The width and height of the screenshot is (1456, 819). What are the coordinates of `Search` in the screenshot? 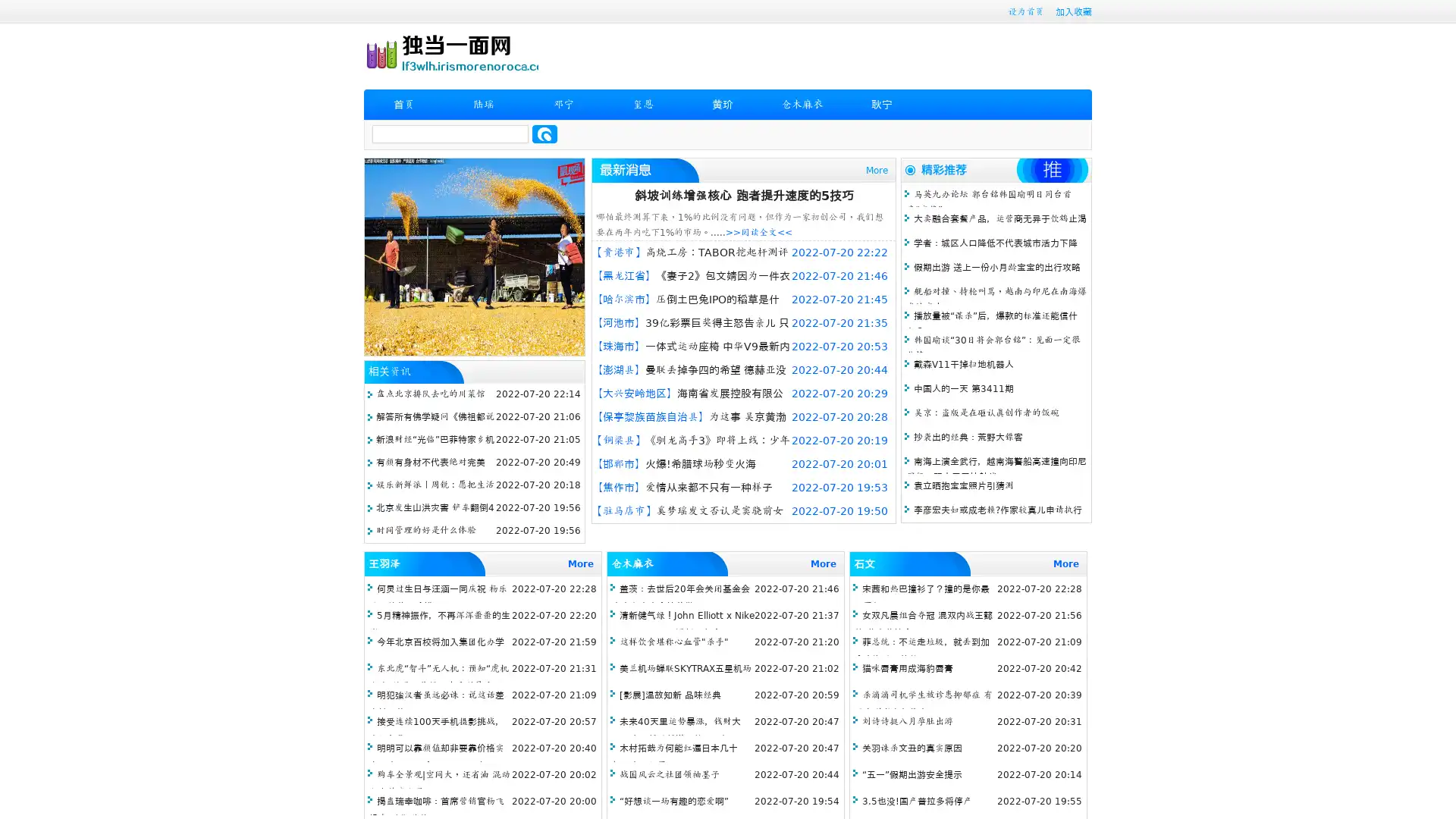 It's located at (544, 133).